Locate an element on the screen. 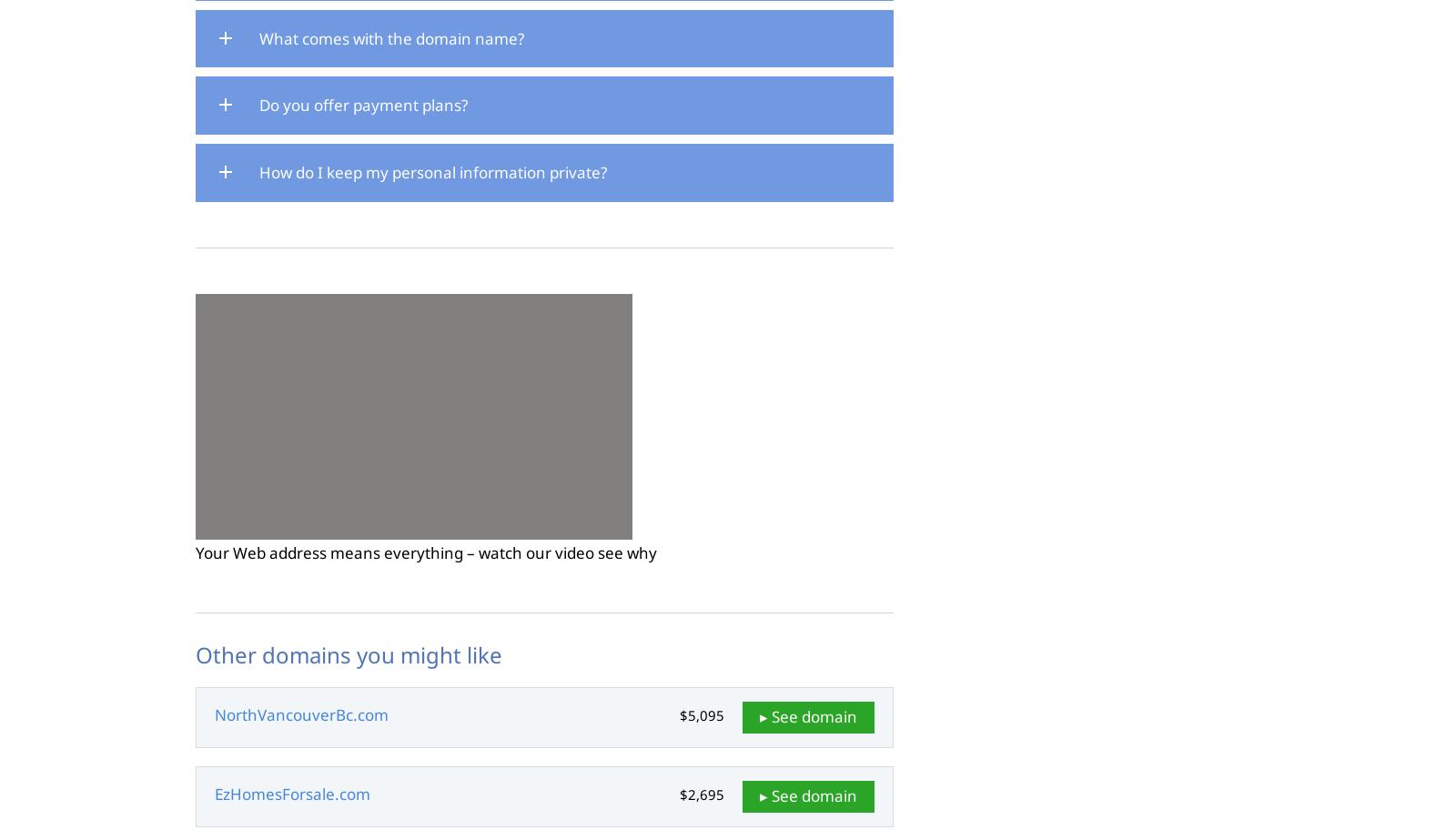  'Other domains you might like' is located at coordinates (349, 653).